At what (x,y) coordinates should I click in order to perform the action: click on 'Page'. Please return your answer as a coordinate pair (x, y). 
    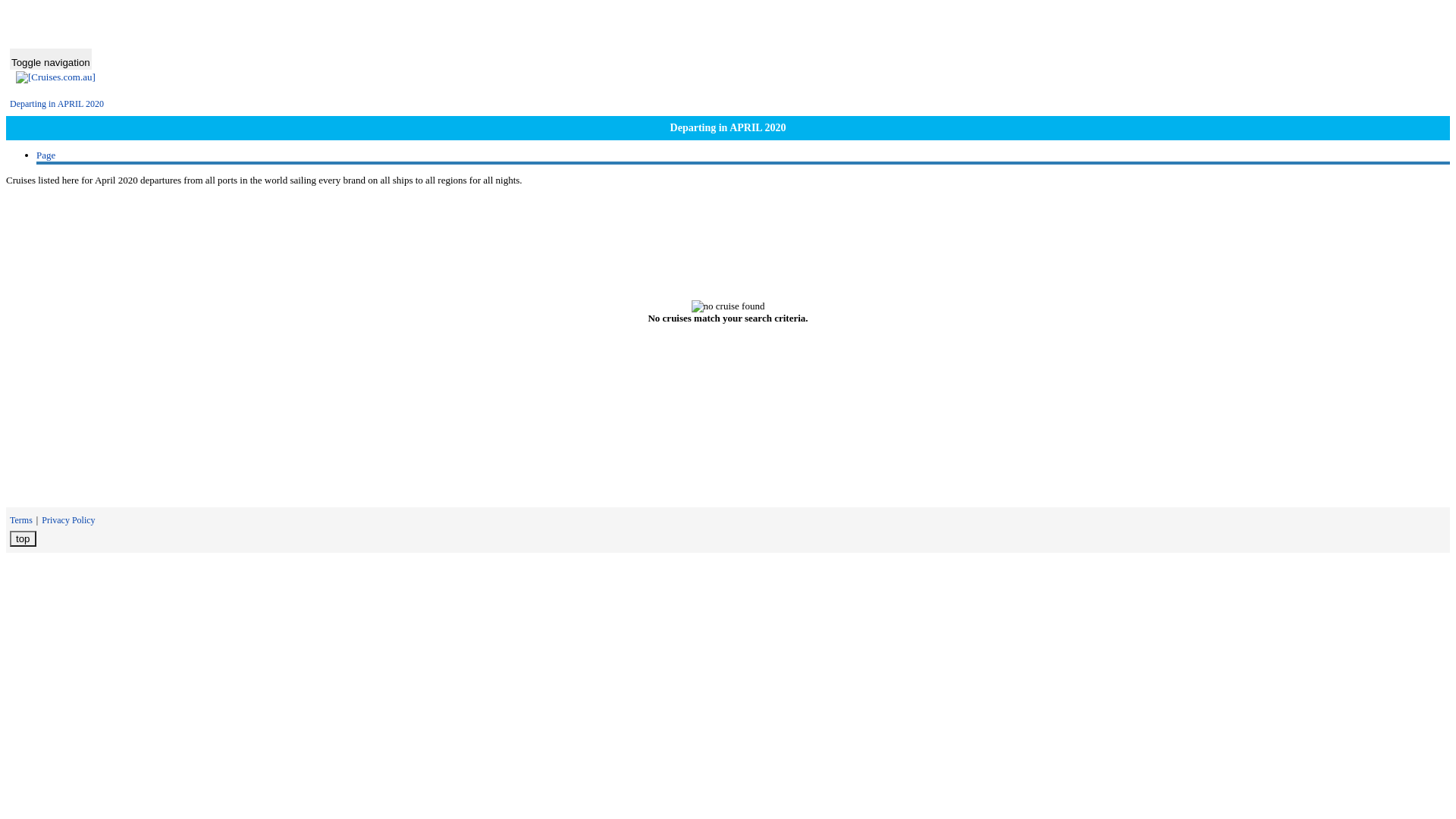
    Looking at the image, I should click on (45, 155).